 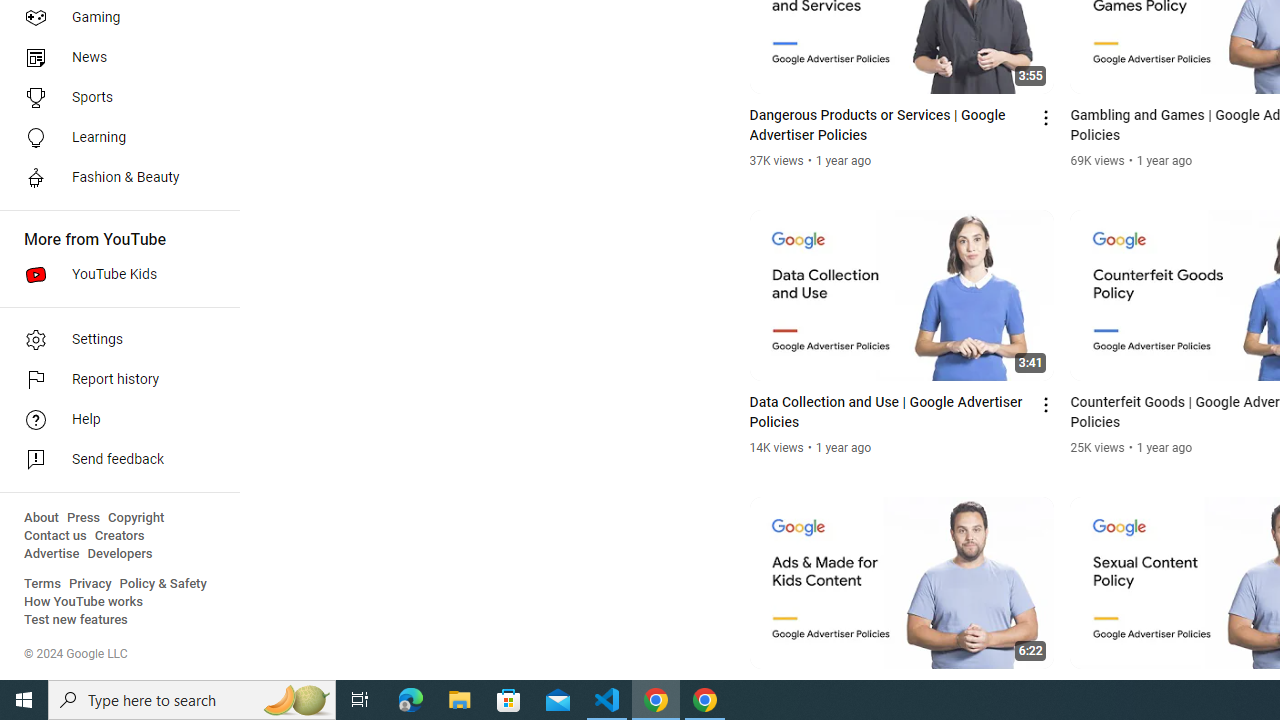 What do you see at coordinates (112, 176) in the screenshot?
I see `'Fashion & Beauty'` at bounding box center [112, 176].